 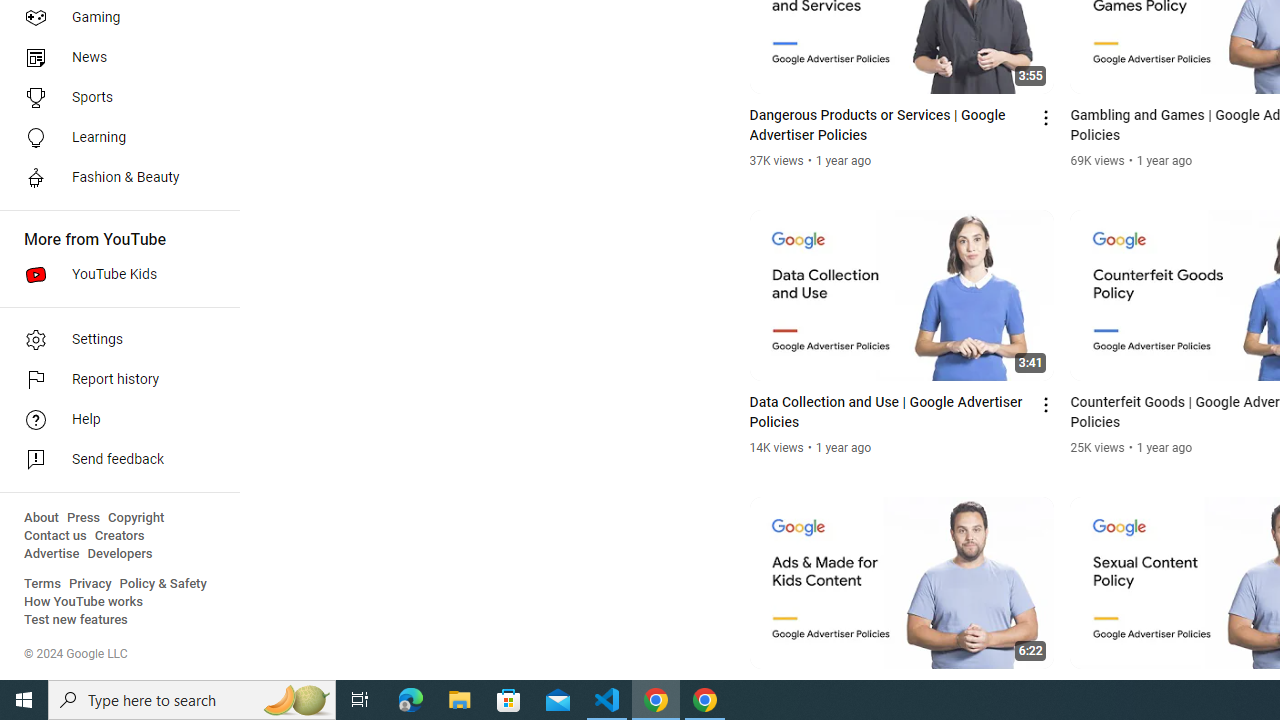 What do you see at coordinates (112, 176) in the screenshot?
I see `'Fashion & Beauty'` at bounding box center [112, 176].